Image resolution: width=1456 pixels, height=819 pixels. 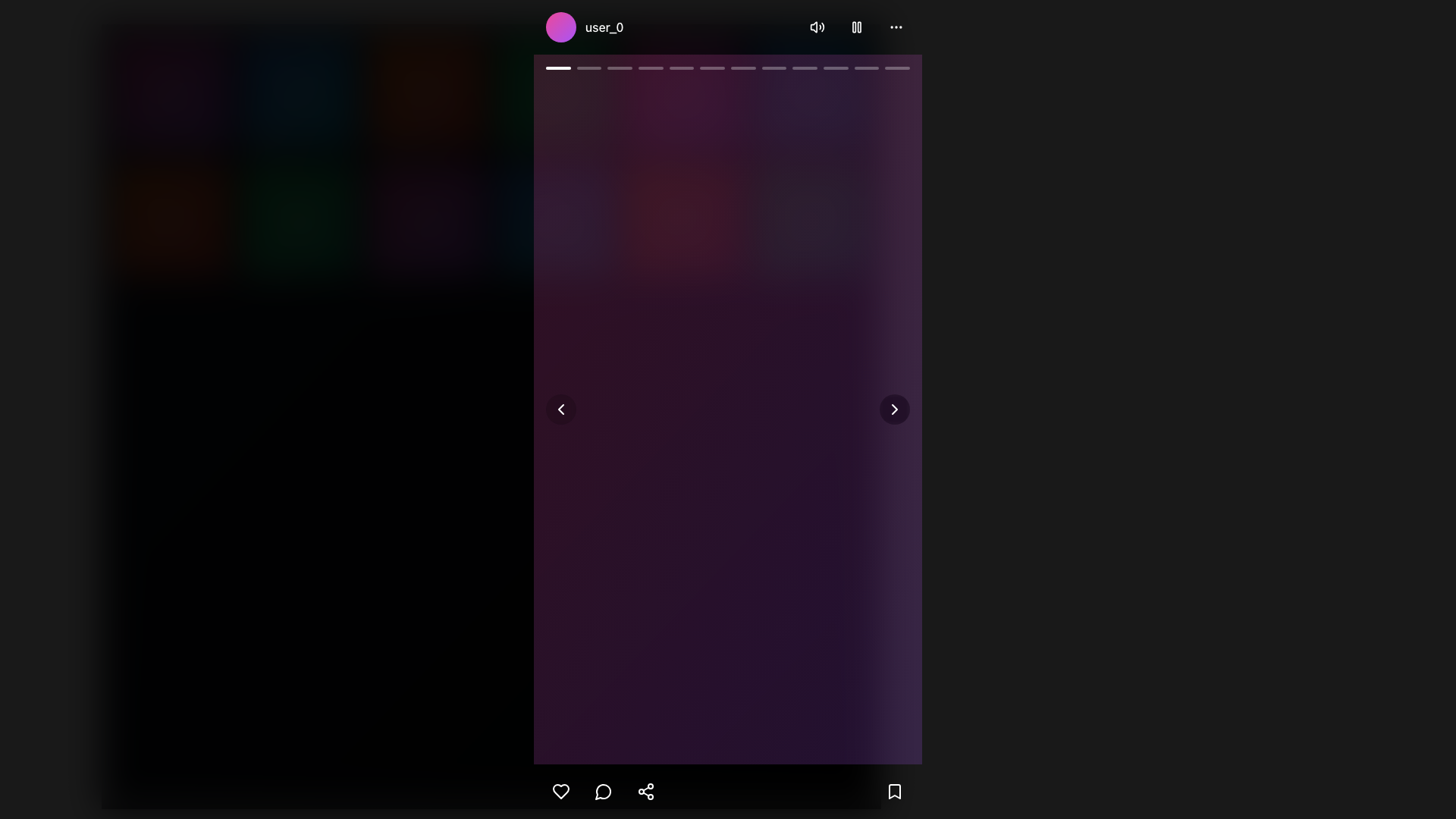 What do you see at coordinates (645, 791) in the screenshot?
I see `the vector-based share icon located at the center of the bottom navigation bar, which is the fourth icon from the left` at bounding box center [645, 791].